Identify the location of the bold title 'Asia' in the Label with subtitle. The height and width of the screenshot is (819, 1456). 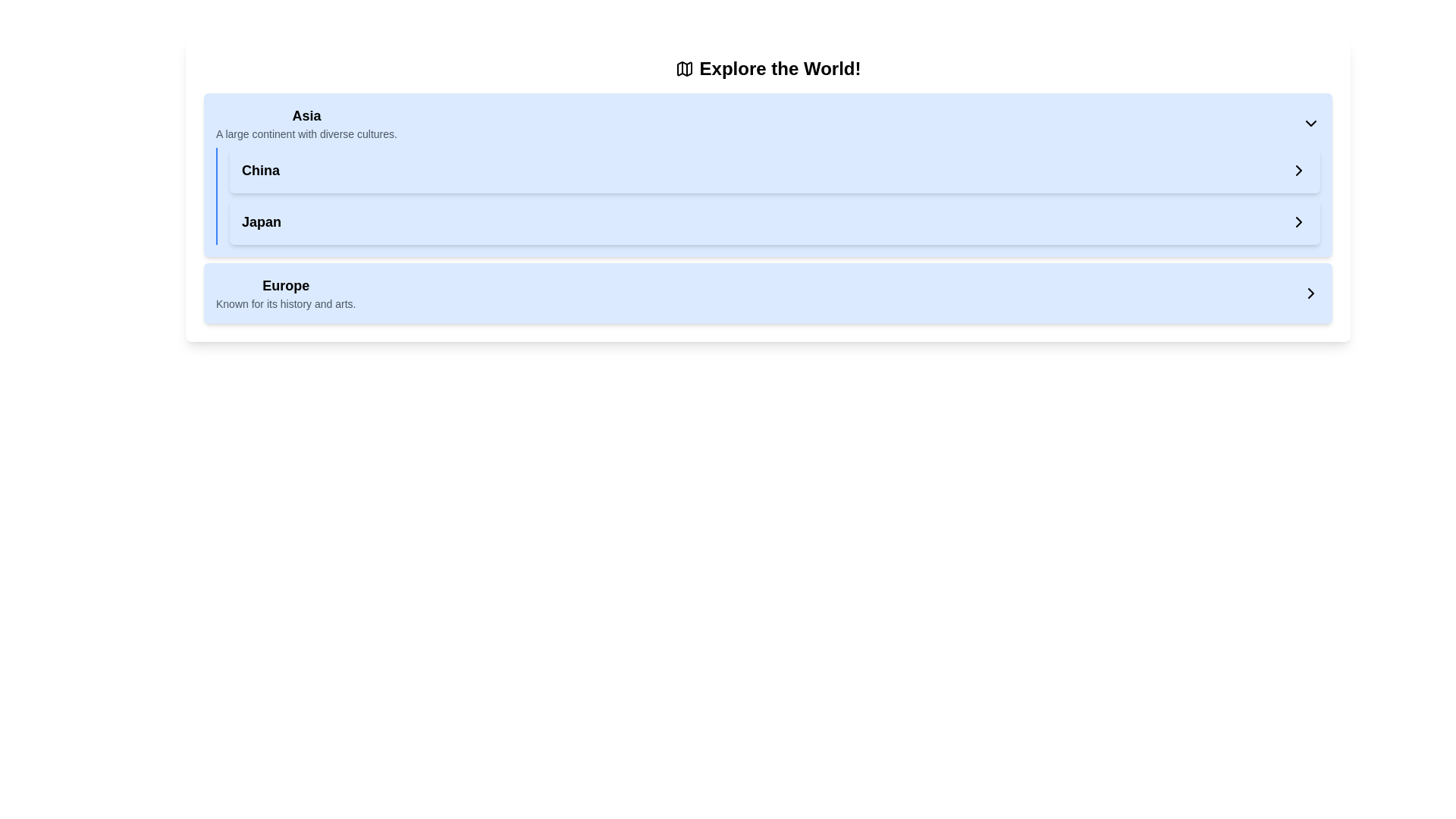
(306, 122).